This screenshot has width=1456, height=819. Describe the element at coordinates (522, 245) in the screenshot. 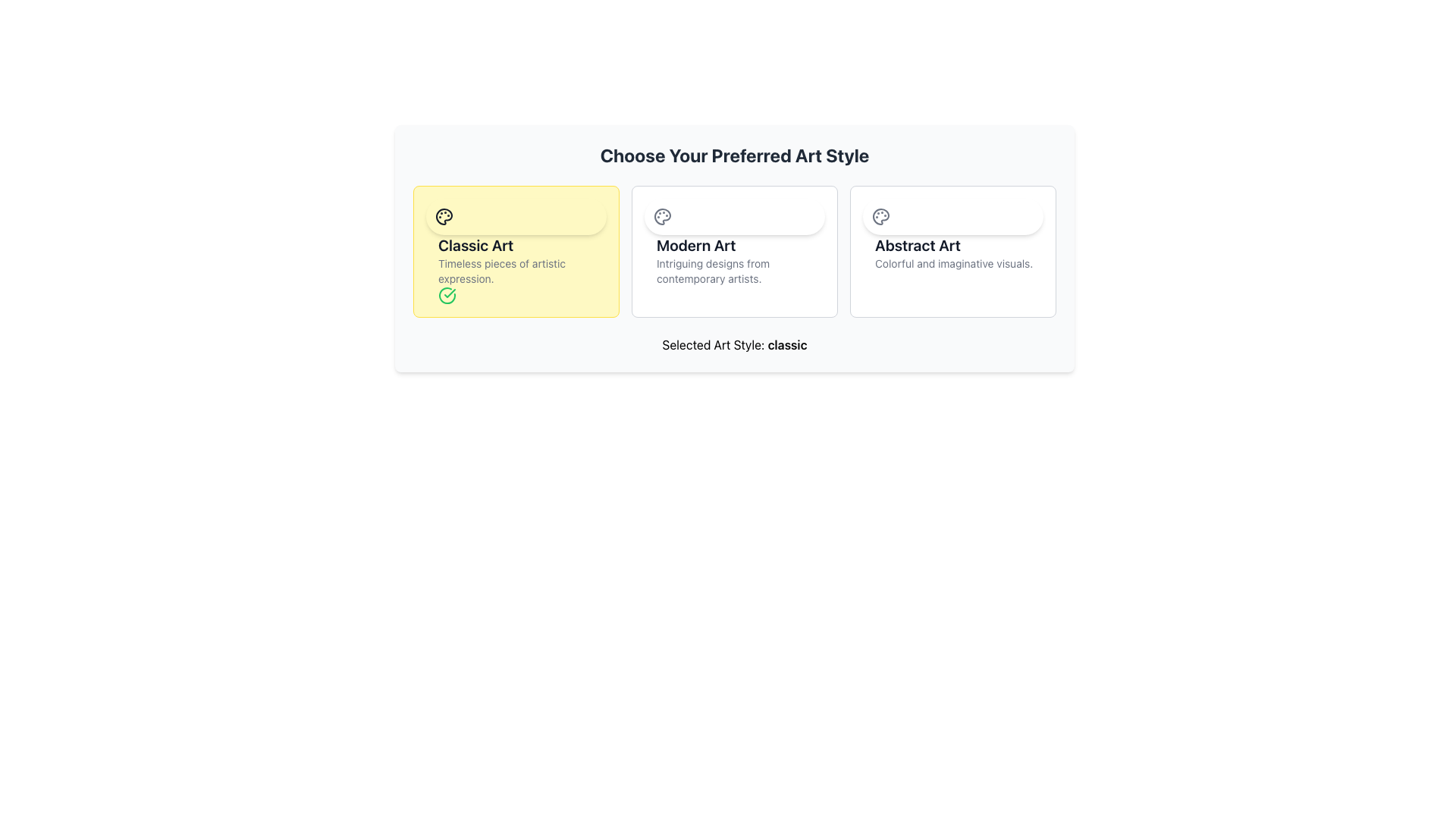

I see `text content of the 'Classic Art' label, which is prominently displayed in bold, large, dark-gray font within a yellow-highlighted section` at that location.